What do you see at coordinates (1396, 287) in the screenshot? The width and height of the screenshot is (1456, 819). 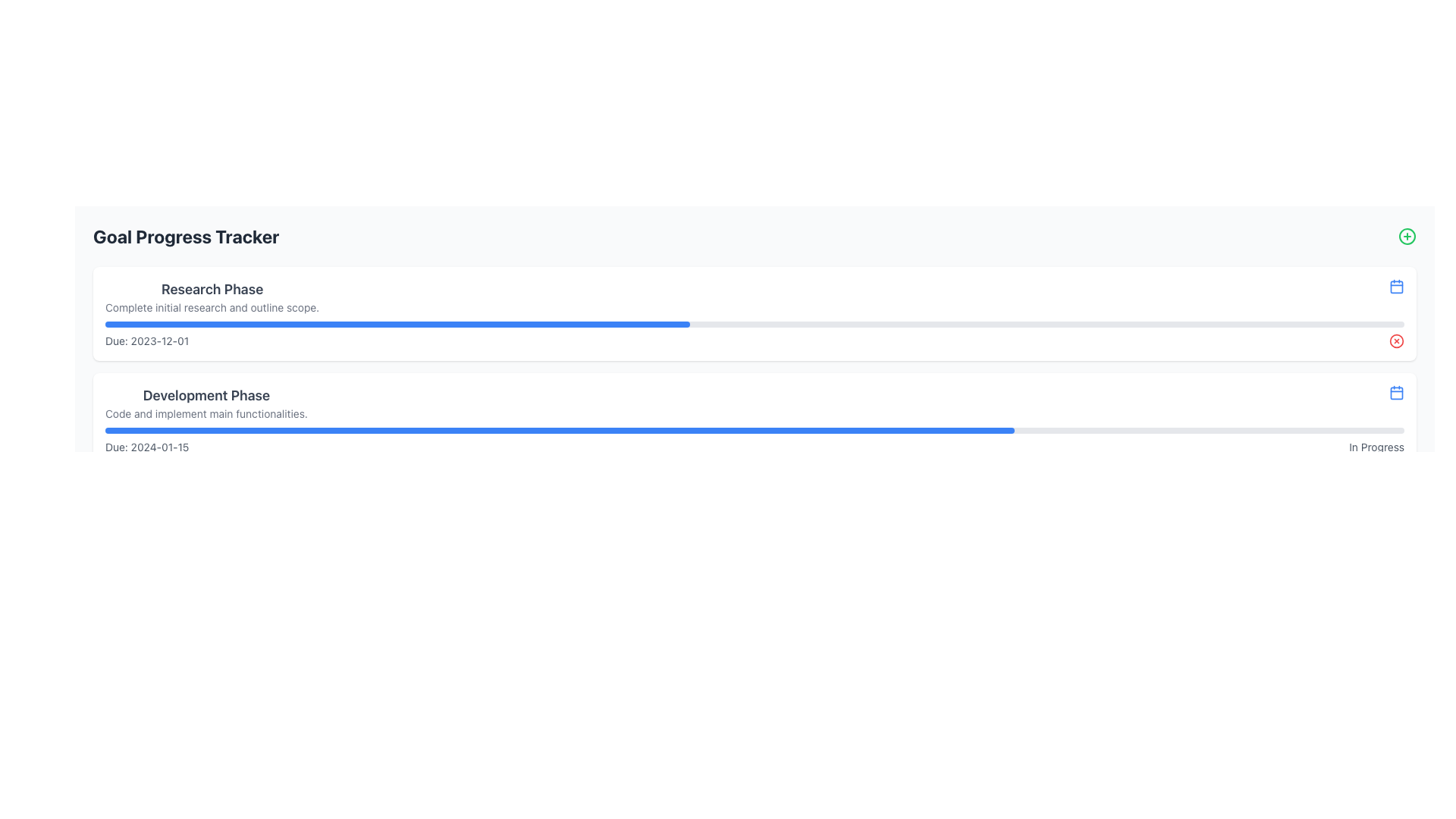 I see `the Decorative SVG rectangle component, which serves as a background for a calendar icon, to indirectly activate related logic` at bounding box center [1396, 287].